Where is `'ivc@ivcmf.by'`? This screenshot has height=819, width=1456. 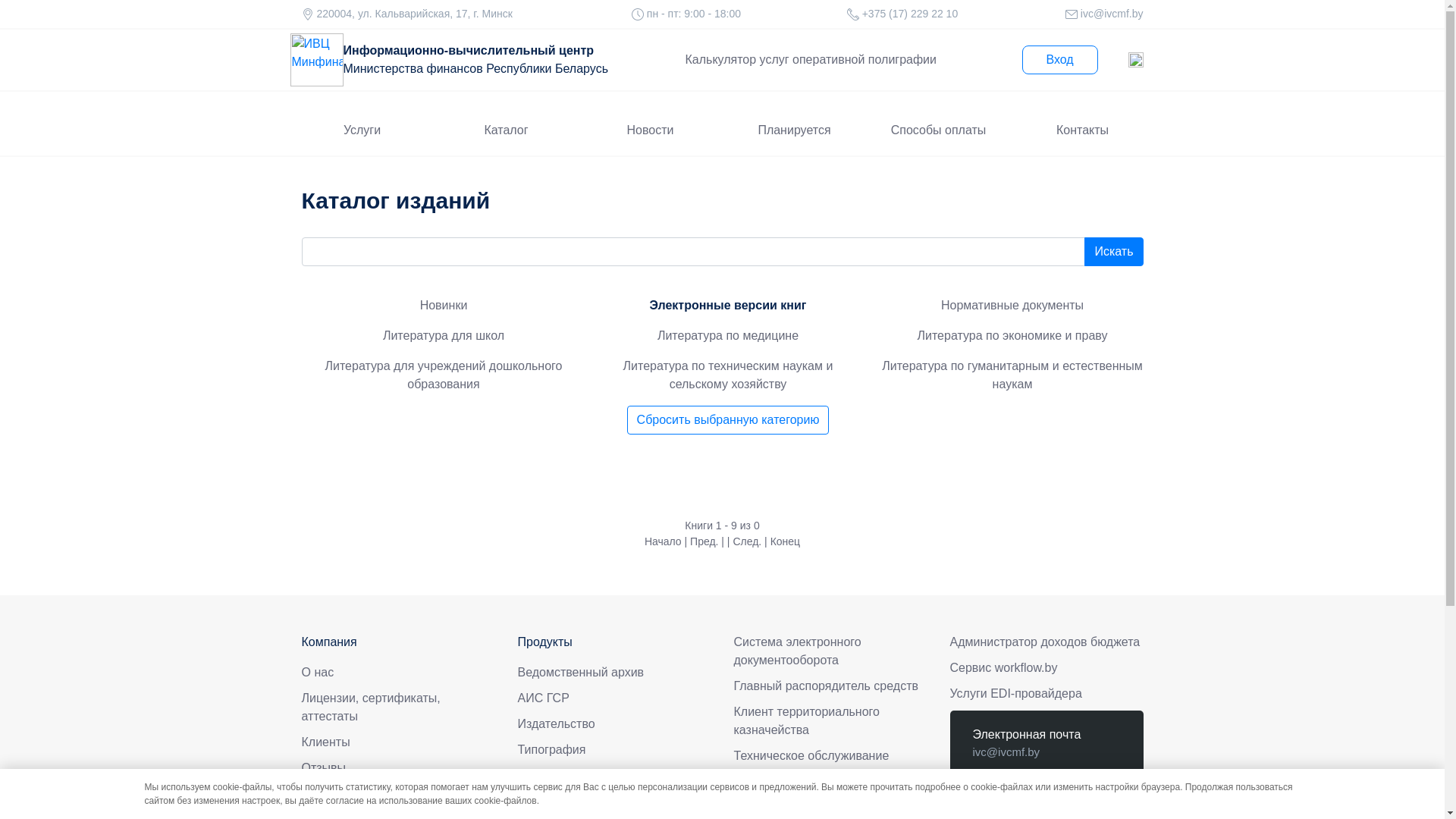 'ivc@ivcmf.by' is located at coordinates (1110, 14).